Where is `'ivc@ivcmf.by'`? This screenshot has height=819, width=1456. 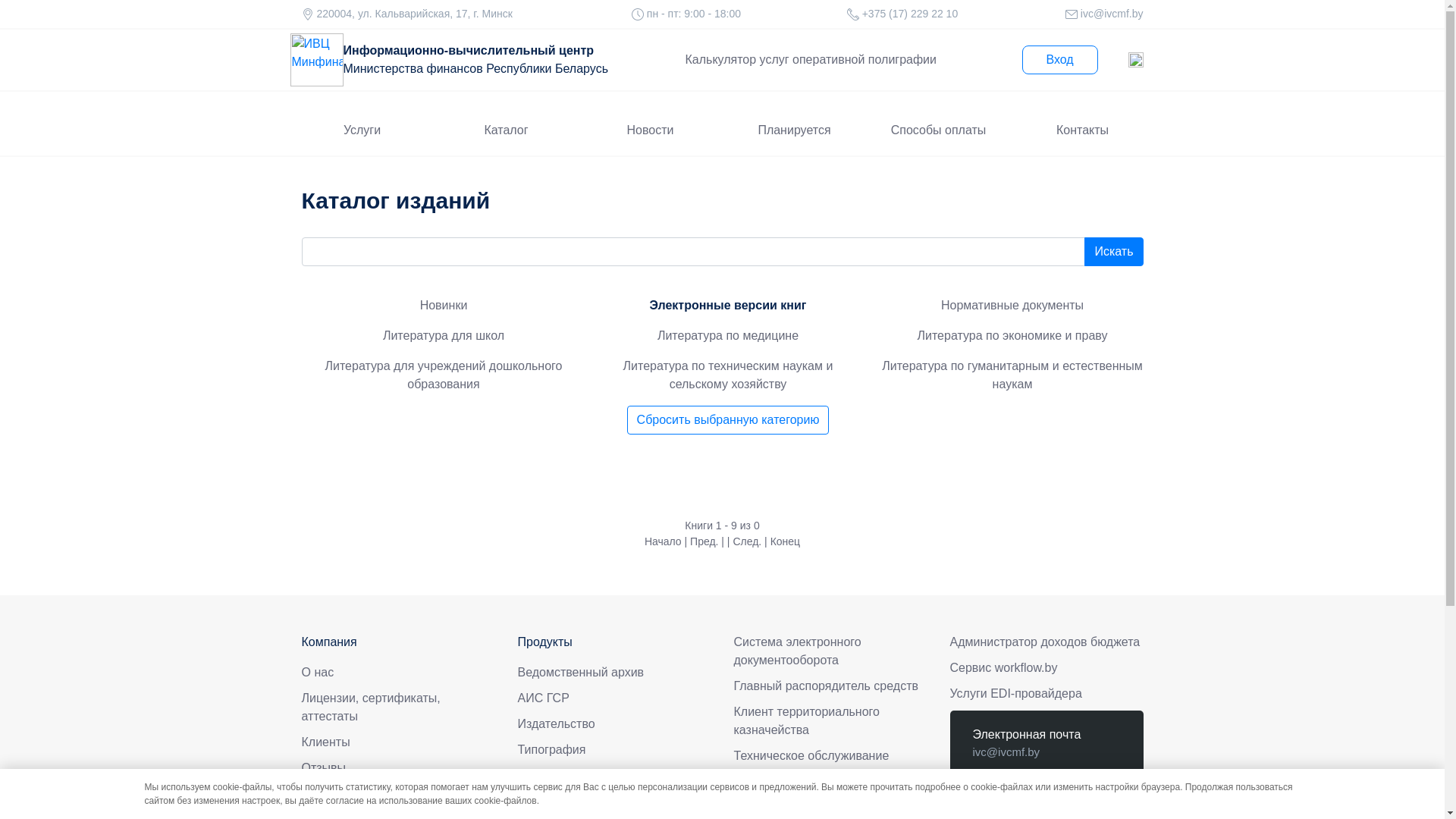 'ivc@ivcmf.by' is located at coordinates (1110, 14).